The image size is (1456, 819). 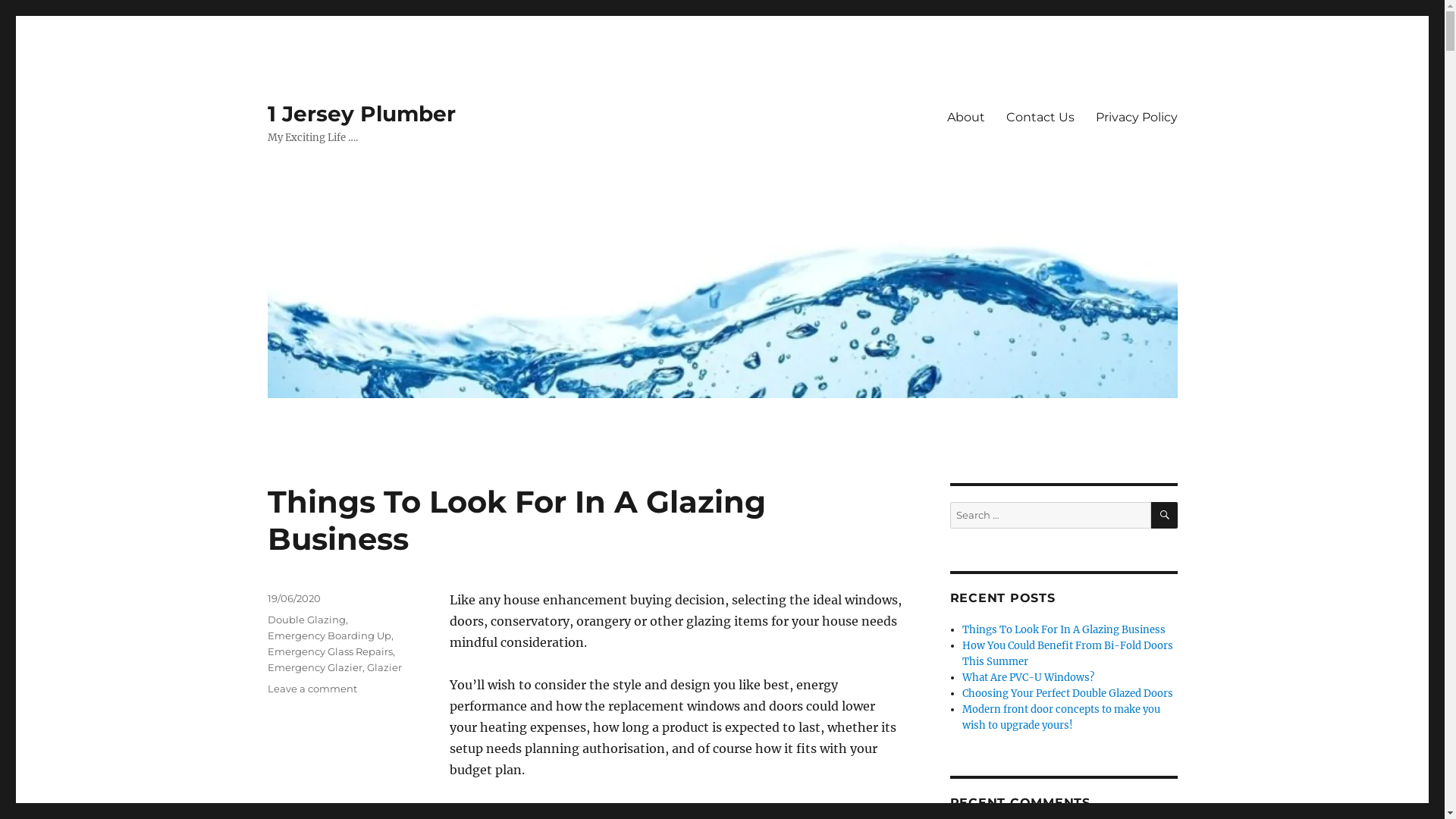 I want to click on 'Glazier', so click(x=384, y=666).